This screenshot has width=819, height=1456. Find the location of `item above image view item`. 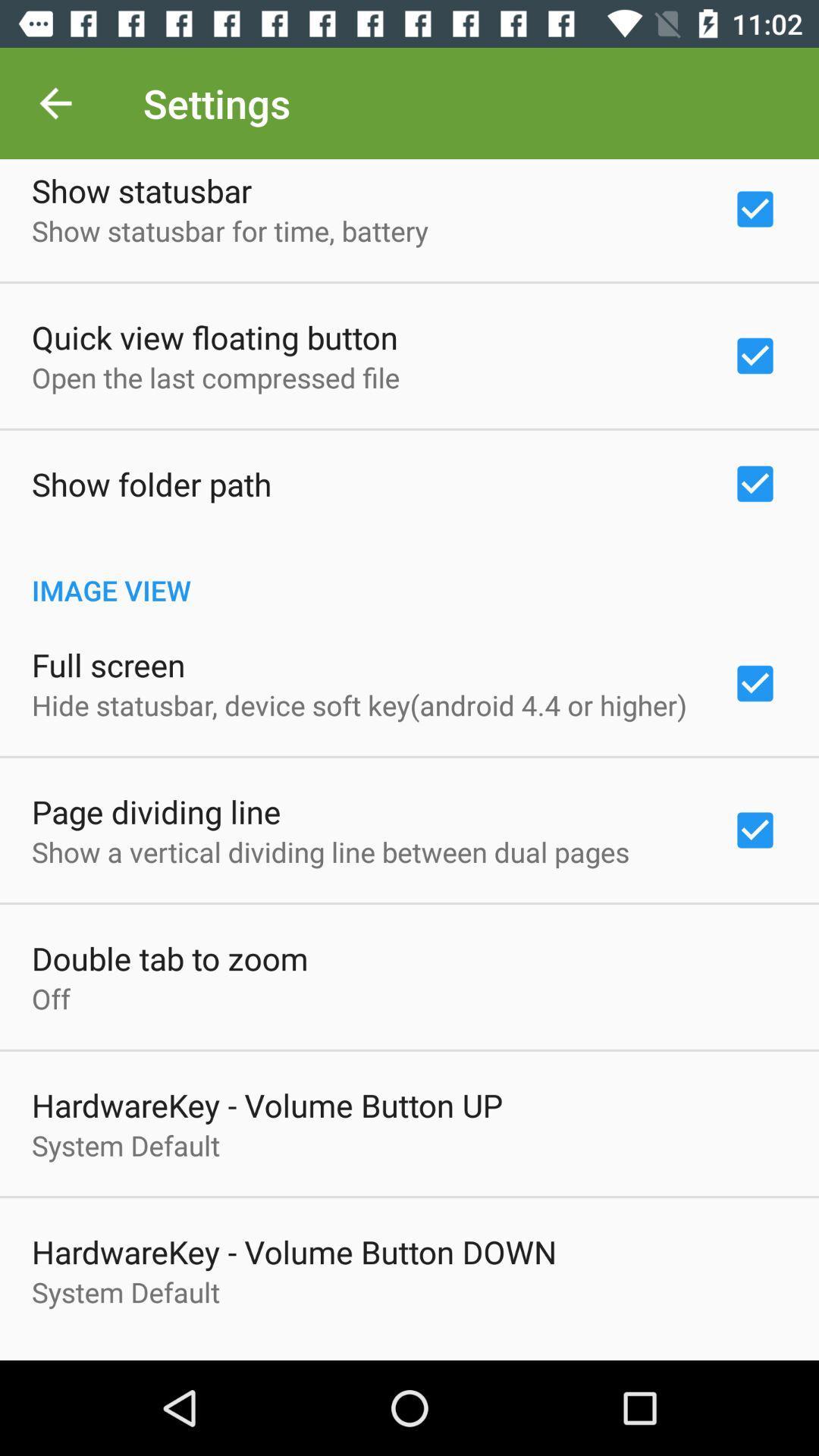

item above image view item is located at coordinates (152, 483).